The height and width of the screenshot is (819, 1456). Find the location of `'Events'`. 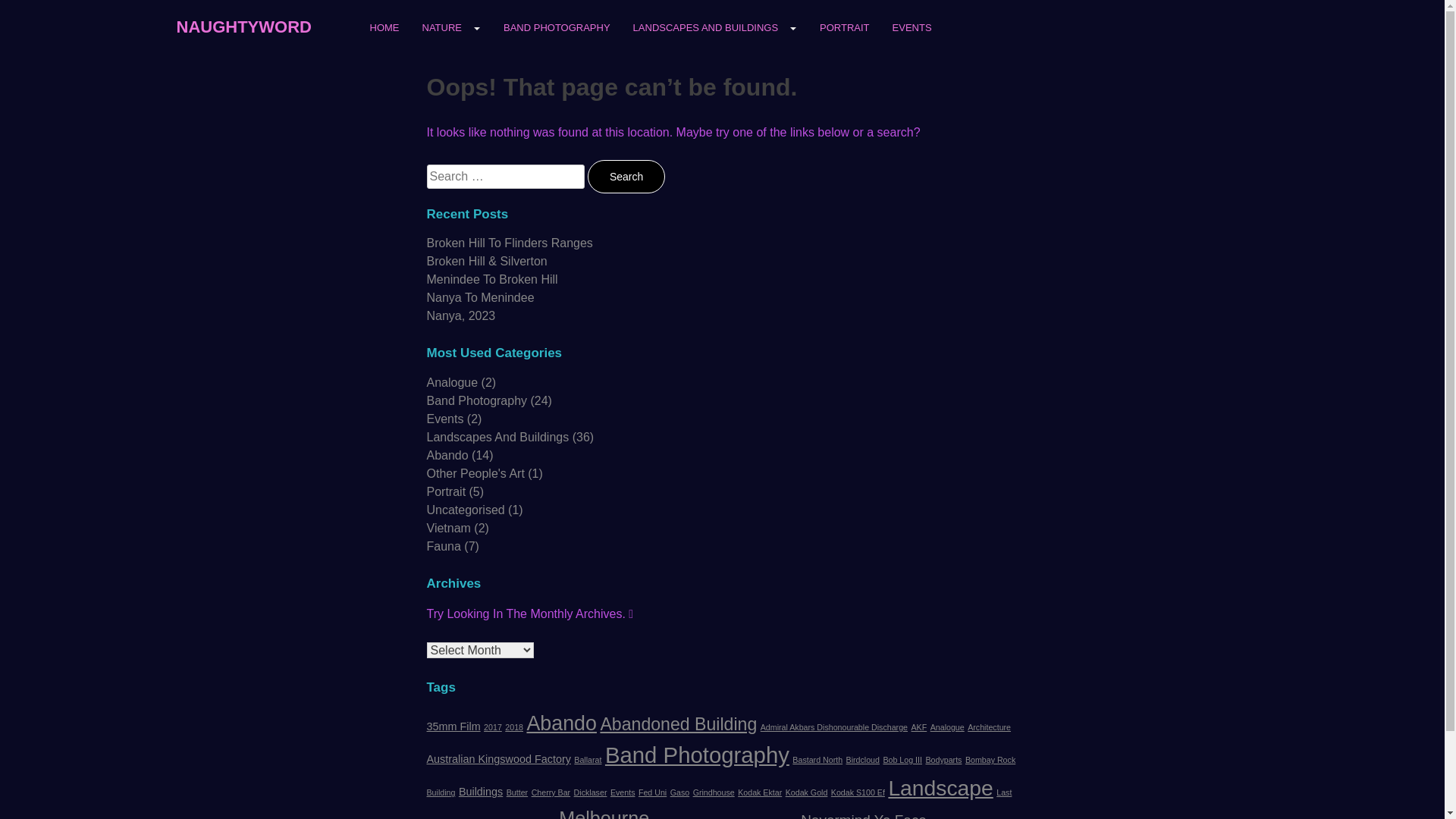

'Events' is located at coordinates (623, 792).